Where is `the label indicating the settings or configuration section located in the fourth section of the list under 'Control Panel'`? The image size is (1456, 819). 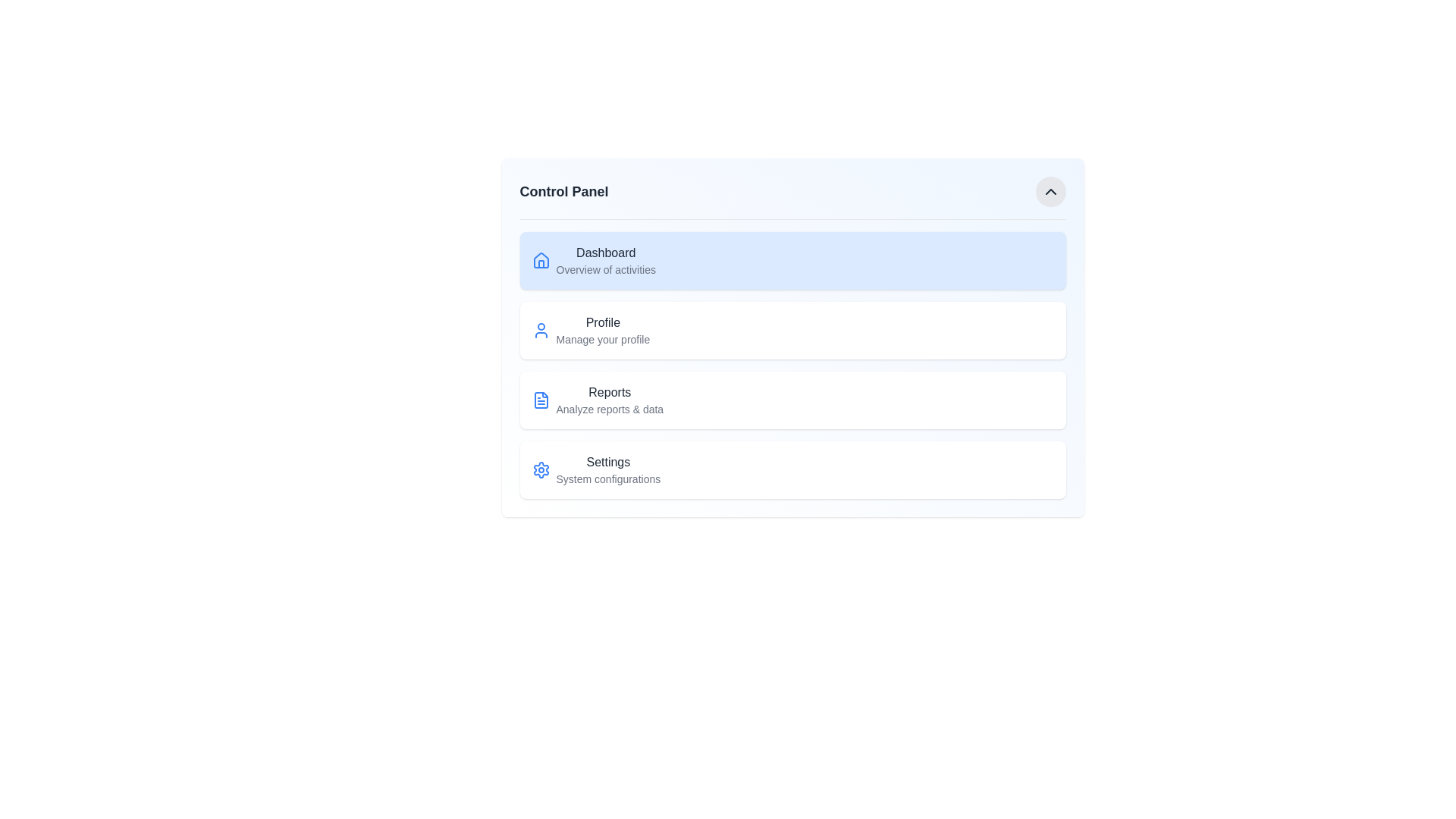
the label indicating the settings or configuration section located in the fourth section of the list under 'Control Panel' is located at coordinates (608, 469).